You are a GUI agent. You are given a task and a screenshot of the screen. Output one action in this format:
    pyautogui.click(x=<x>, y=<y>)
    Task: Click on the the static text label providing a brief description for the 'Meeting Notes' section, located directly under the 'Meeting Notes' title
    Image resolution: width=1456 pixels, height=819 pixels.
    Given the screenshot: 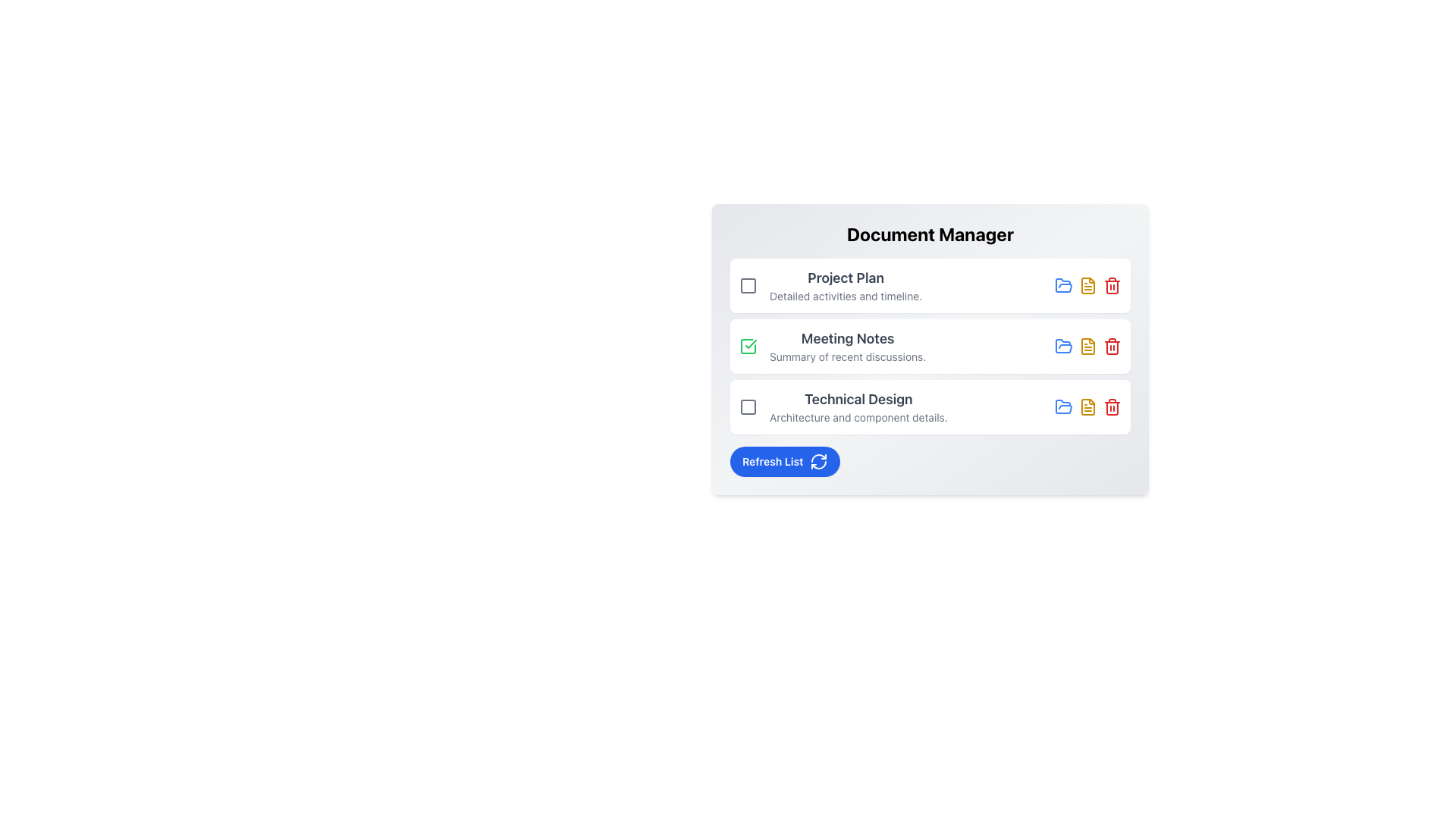 What is the action you would take?
    pyautogui.click(x=847, y=356)
    